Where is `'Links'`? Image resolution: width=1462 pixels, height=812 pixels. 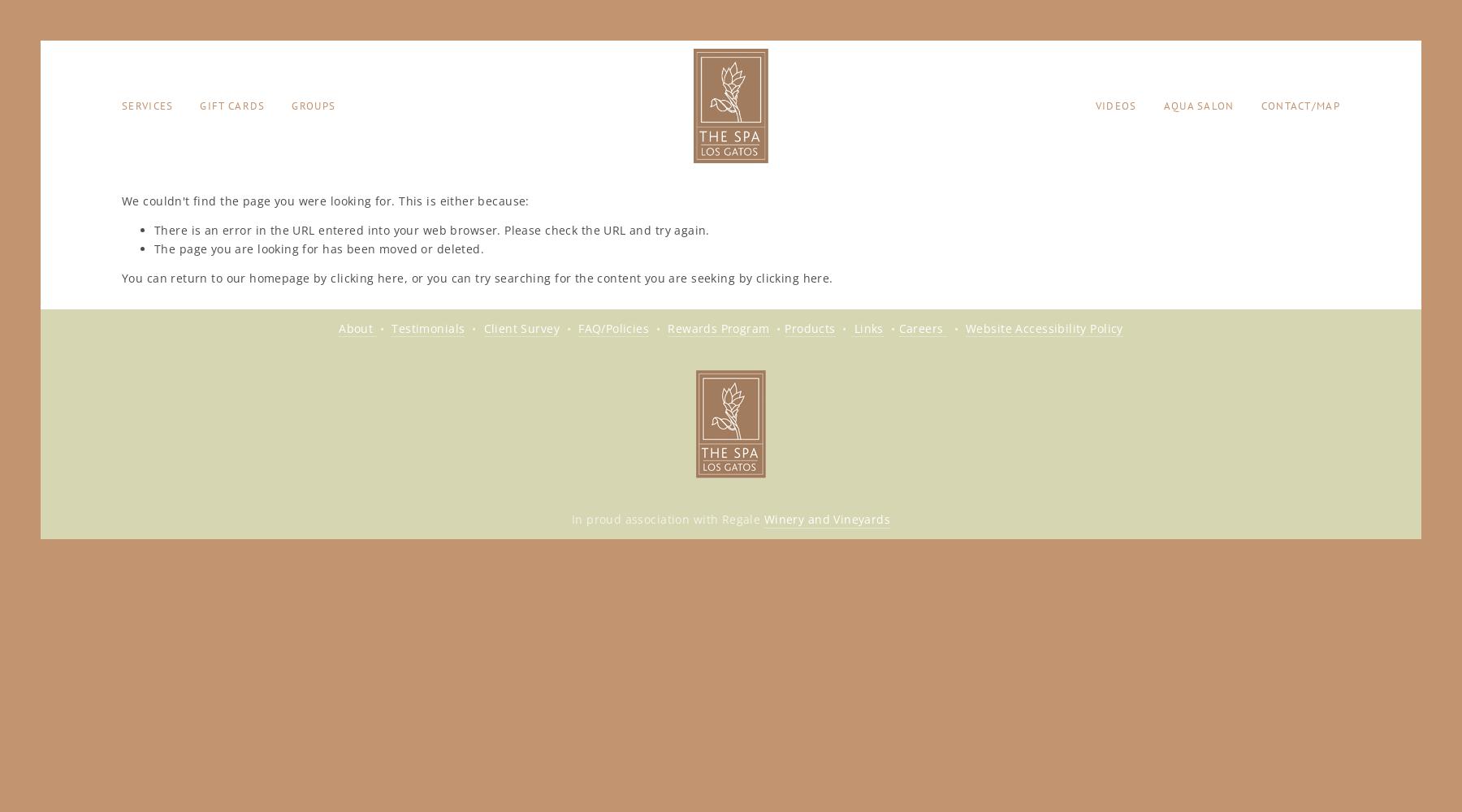
'Links' is located at coordinates (867, 327).